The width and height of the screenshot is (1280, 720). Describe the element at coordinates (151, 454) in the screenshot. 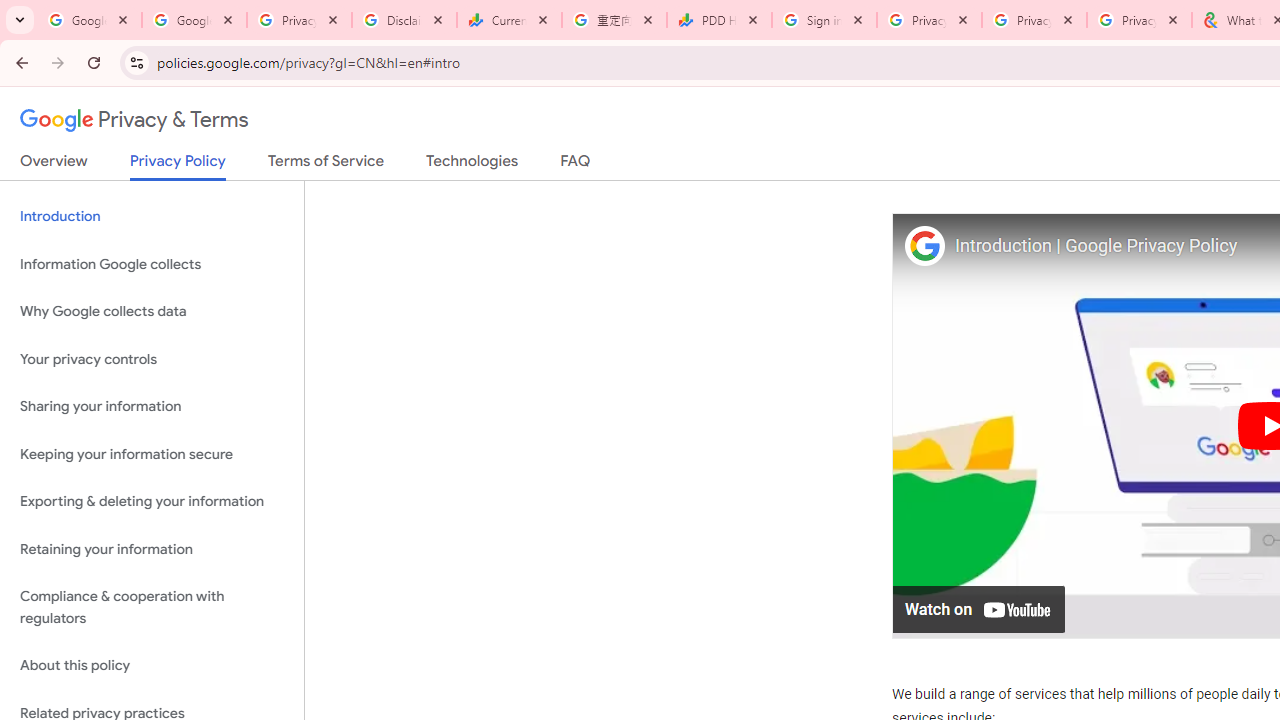

I see `'Keeping your information secure'` at that location.